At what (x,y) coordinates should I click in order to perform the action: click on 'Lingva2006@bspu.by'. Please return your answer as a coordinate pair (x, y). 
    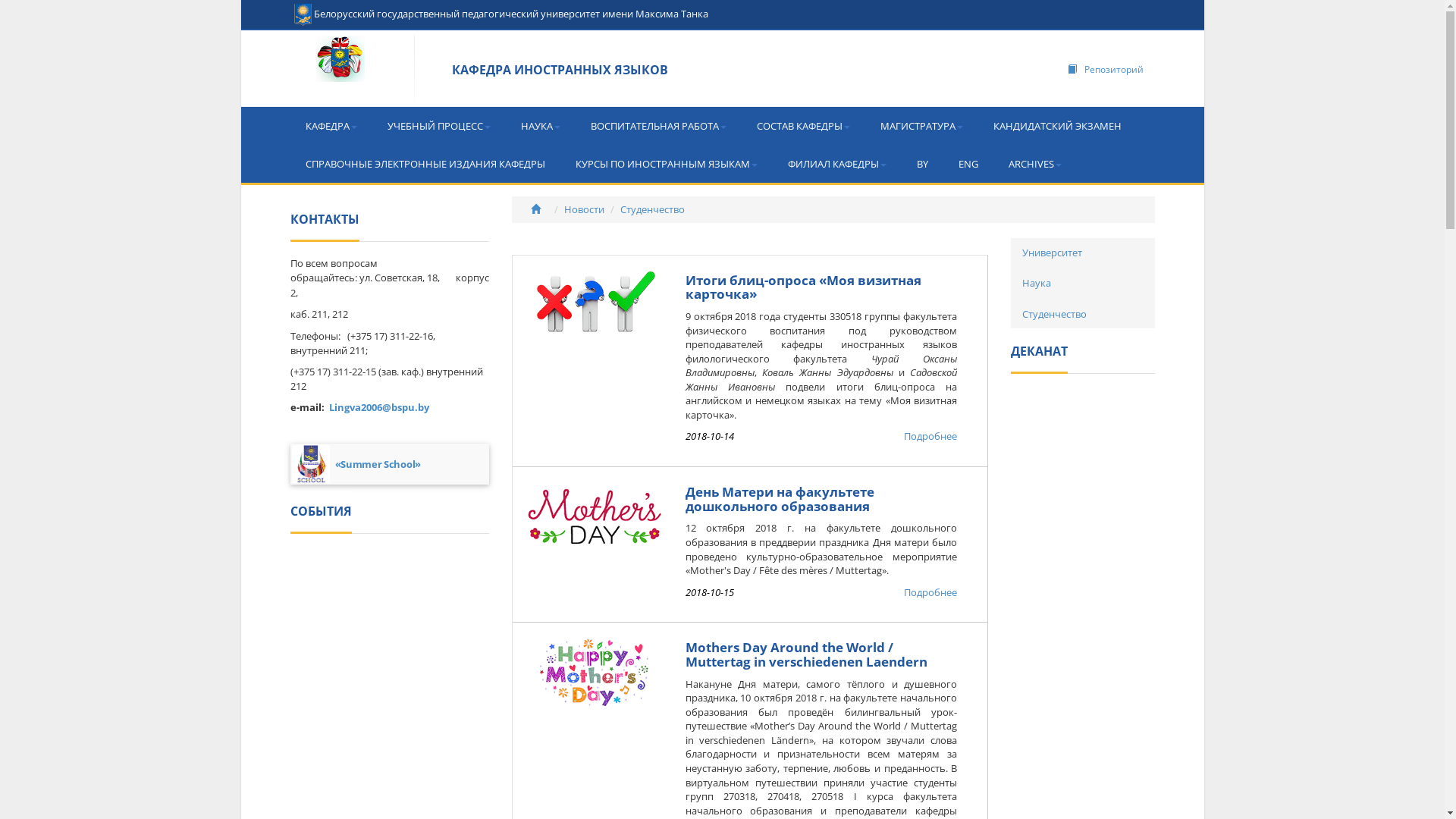
    Looking at the image, I should click on (378, 406).